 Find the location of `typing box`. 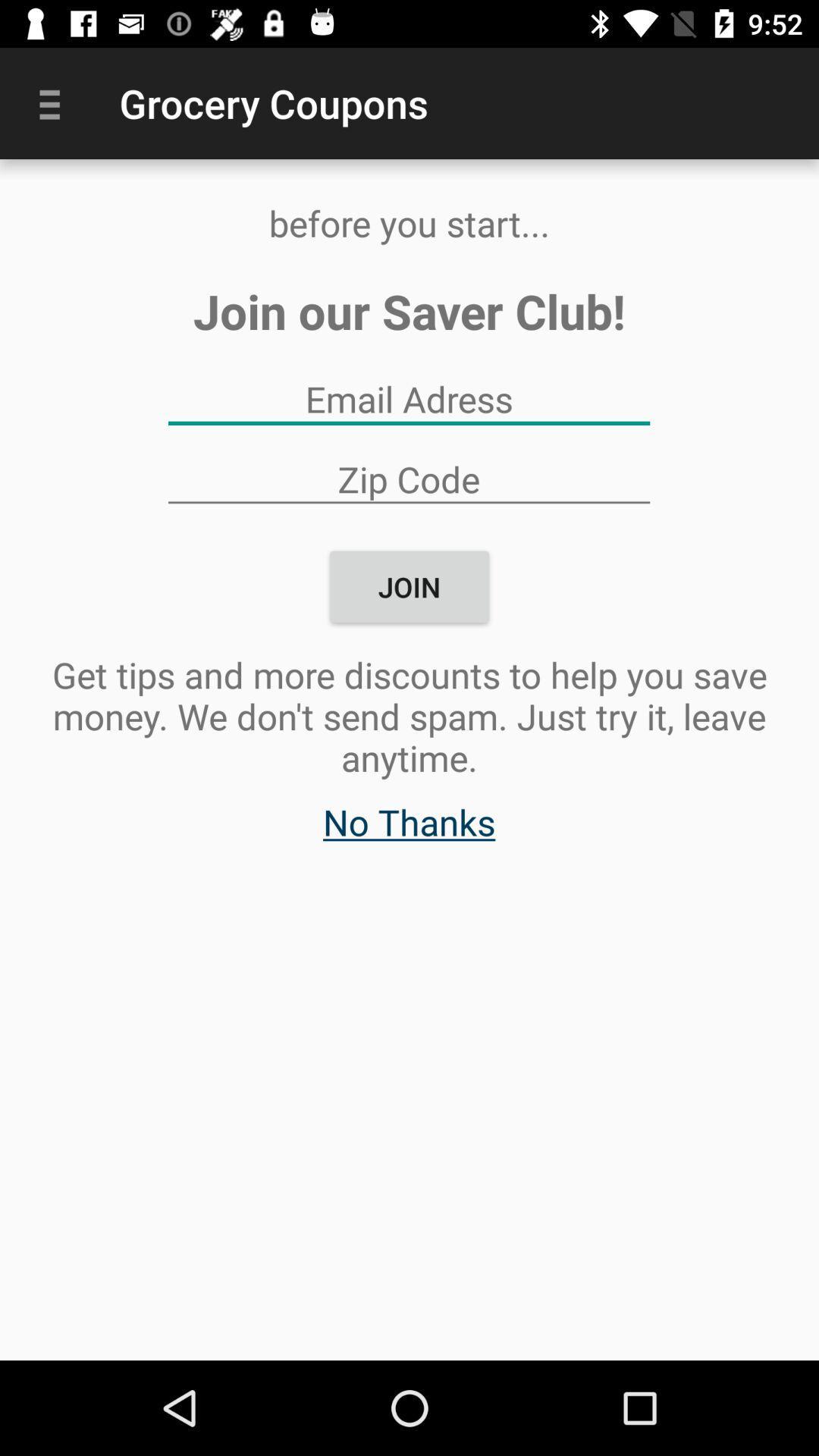

typing box is located at coordinates (408, 399).